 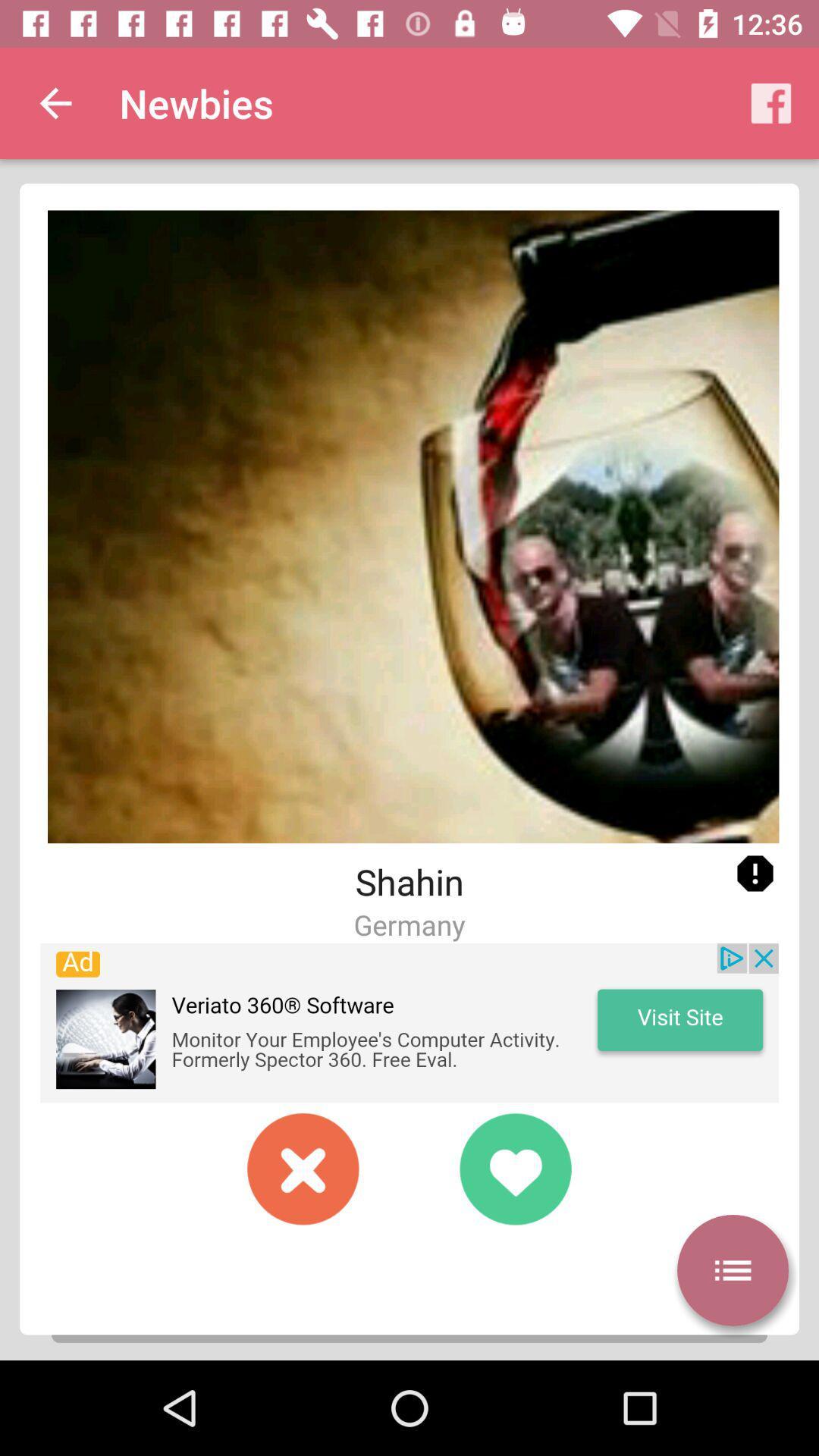 What do you see at coordinates (303, 1168) in the screenshot?
I see `click x button` at bounding box center [303, 1168].